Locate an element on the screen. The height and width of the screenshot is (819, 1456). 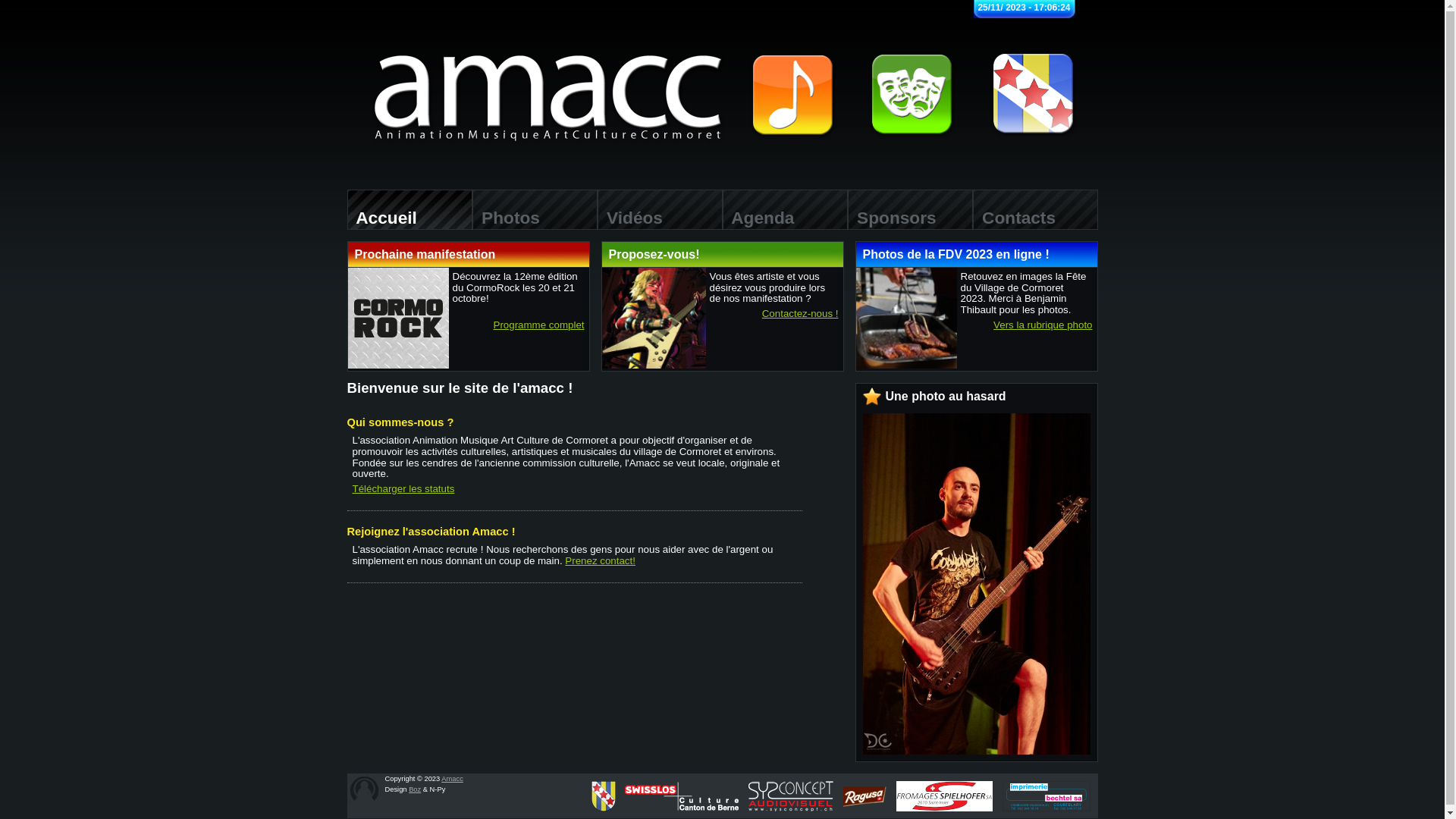
'  Contacts' is located at coordinates (1034, 209).